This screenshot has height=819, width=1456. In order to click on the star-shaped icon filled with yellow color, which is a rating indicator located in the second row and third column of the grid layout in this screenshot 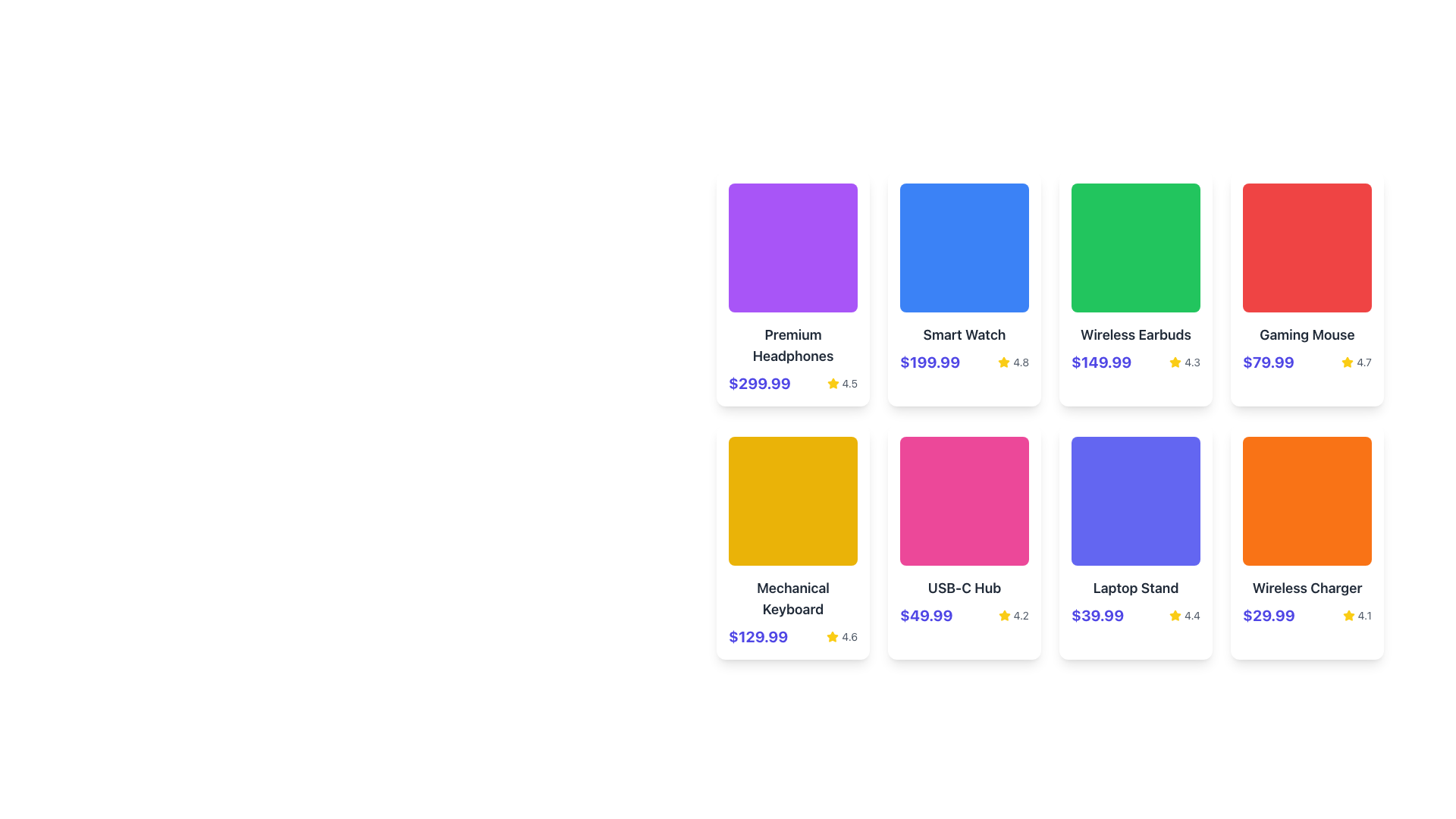, I will do `click(1175, 362)`.